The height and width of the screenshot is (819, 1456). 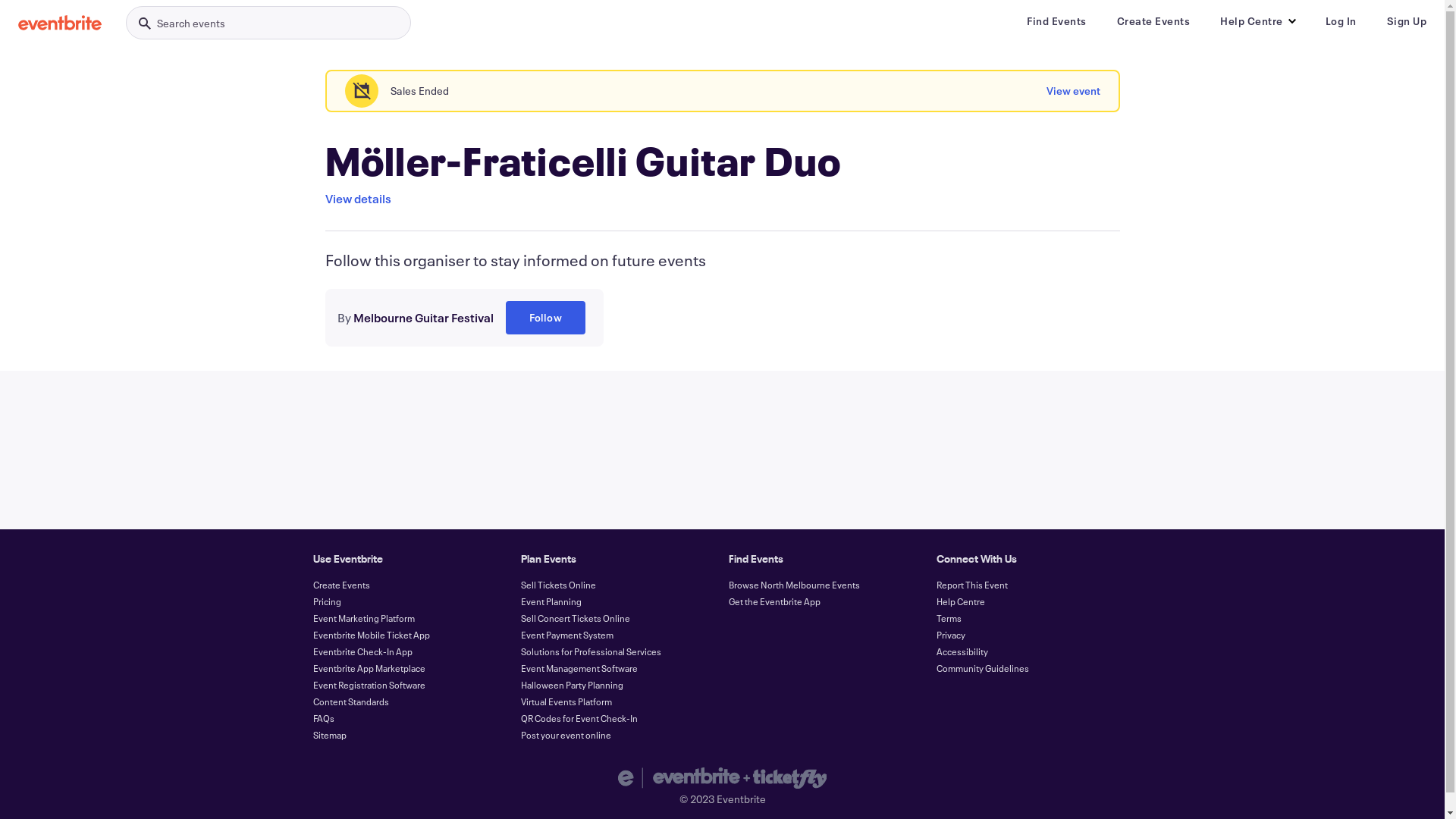 I want to click on 'View details', so click(x=356, y=198).